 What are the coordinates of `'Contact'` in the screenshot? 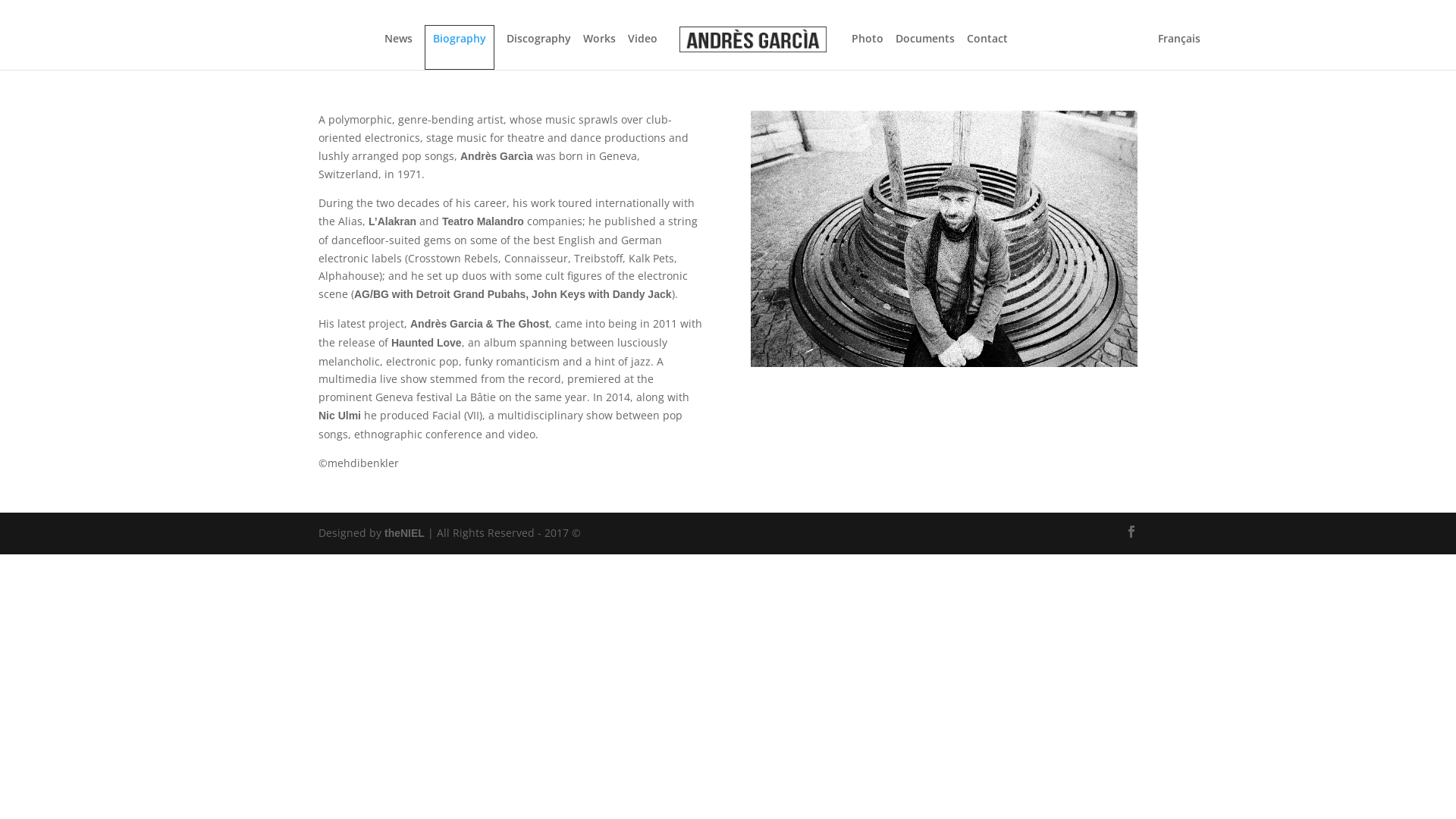 It's located at (966, 50).